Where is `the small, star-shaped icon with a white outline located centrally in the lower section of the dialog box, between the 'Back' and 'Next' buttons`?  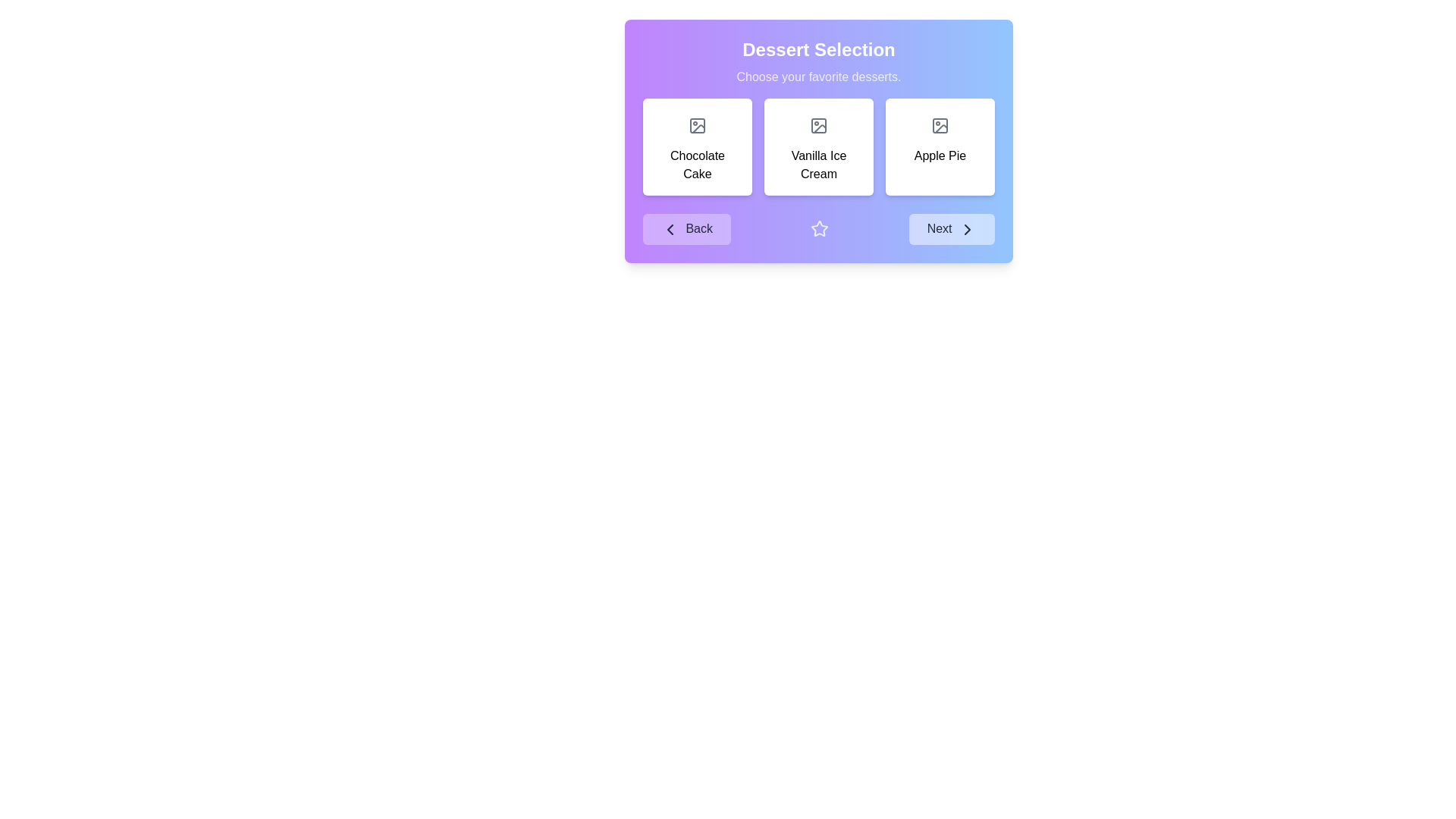 the small, star-shaped icon with a white outline located centrally in the lower section of the dialog box, between the 'Back' and 'Next' buttons is located at coordinates (819, 228).